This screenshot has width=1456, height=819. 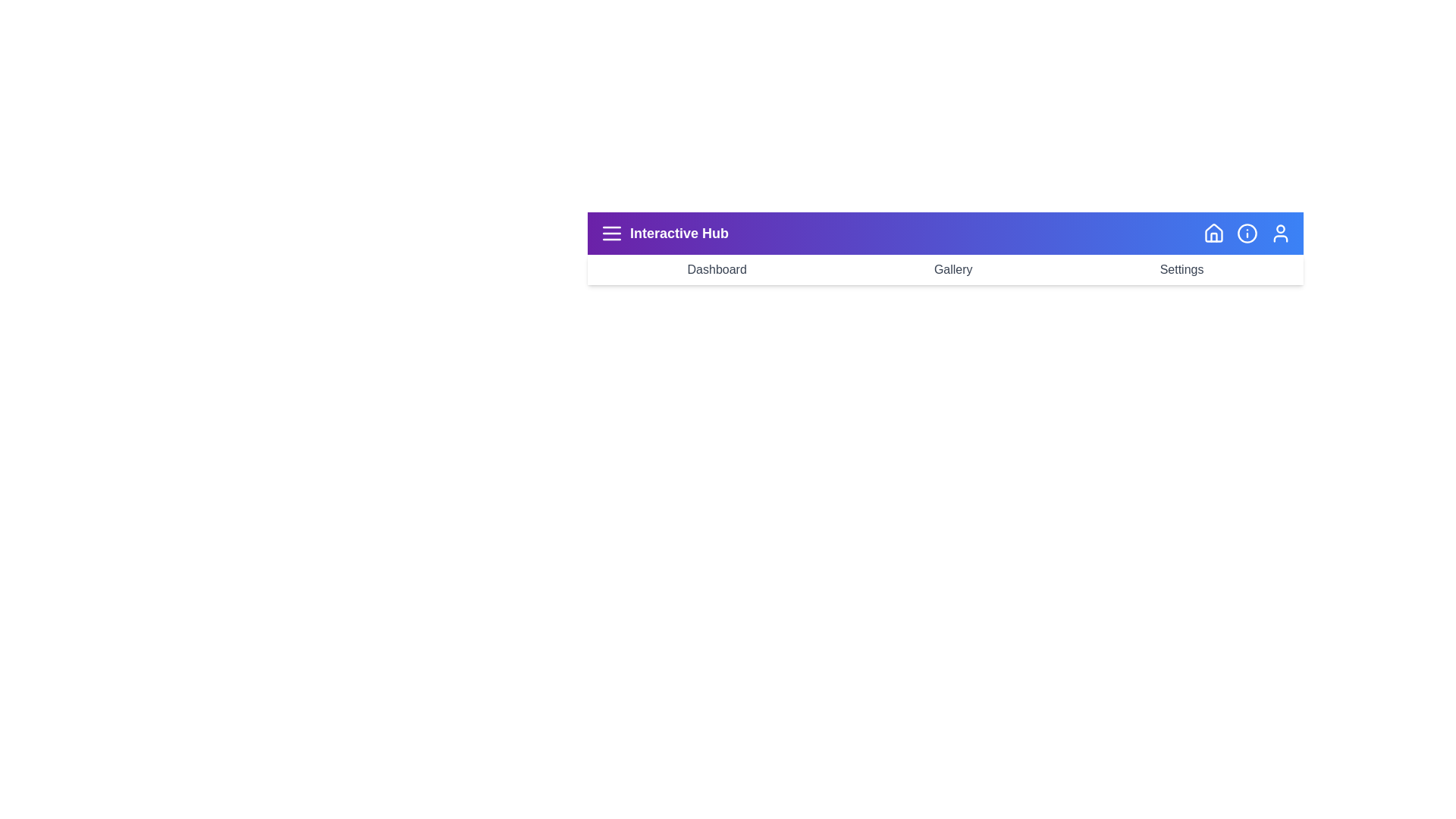 I want to click on the navigation button labeled Dashboard to navigate to the corresponding page, so click(x=716, y=268).